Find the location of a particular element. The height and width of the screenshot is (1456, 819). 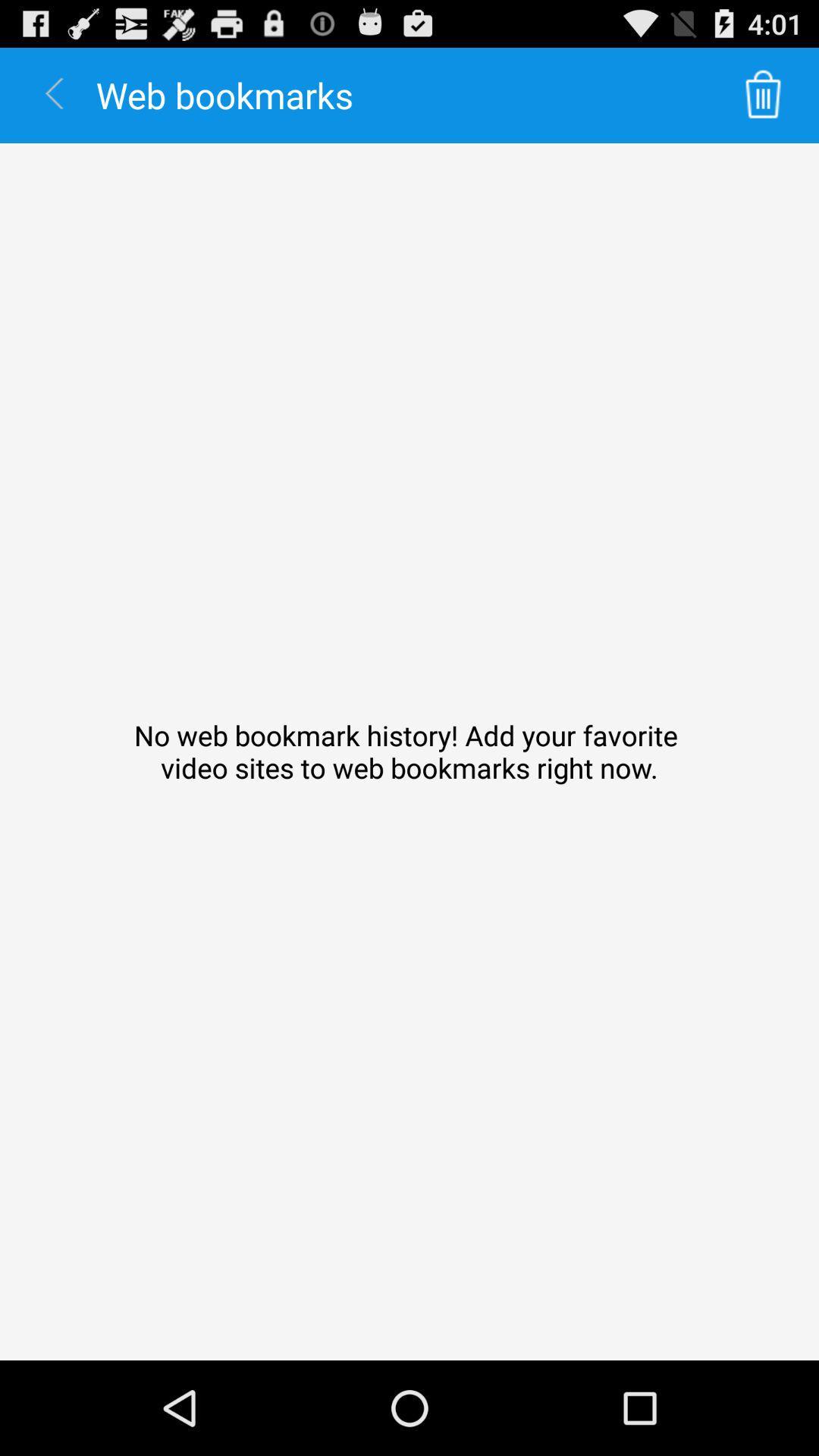

icon to the right of the web bookmarks app is located at coordinates (763, 94).